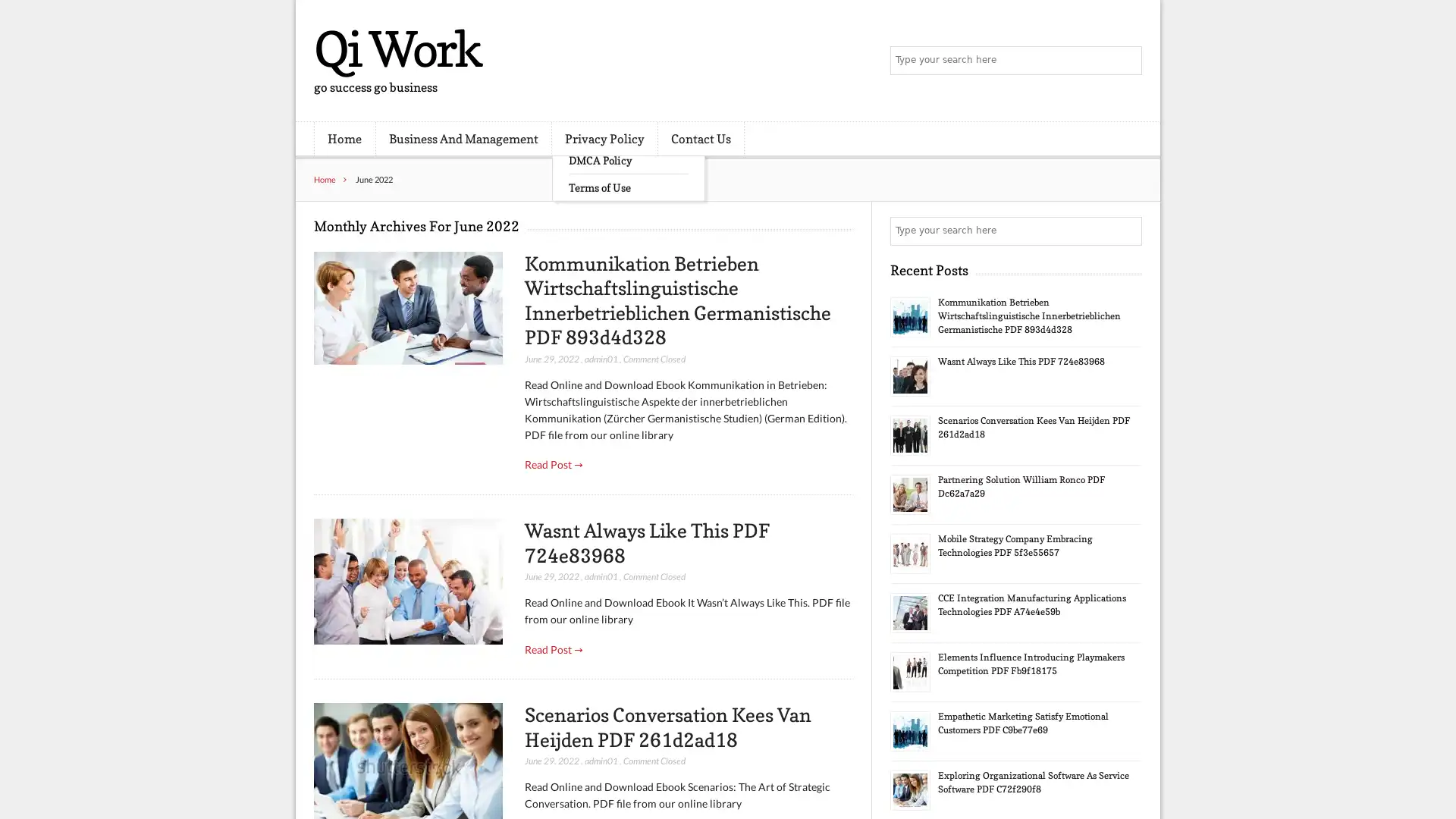  Describe the element at coordinates (1126, 61) in the screenshot. I see `Search` at that location.